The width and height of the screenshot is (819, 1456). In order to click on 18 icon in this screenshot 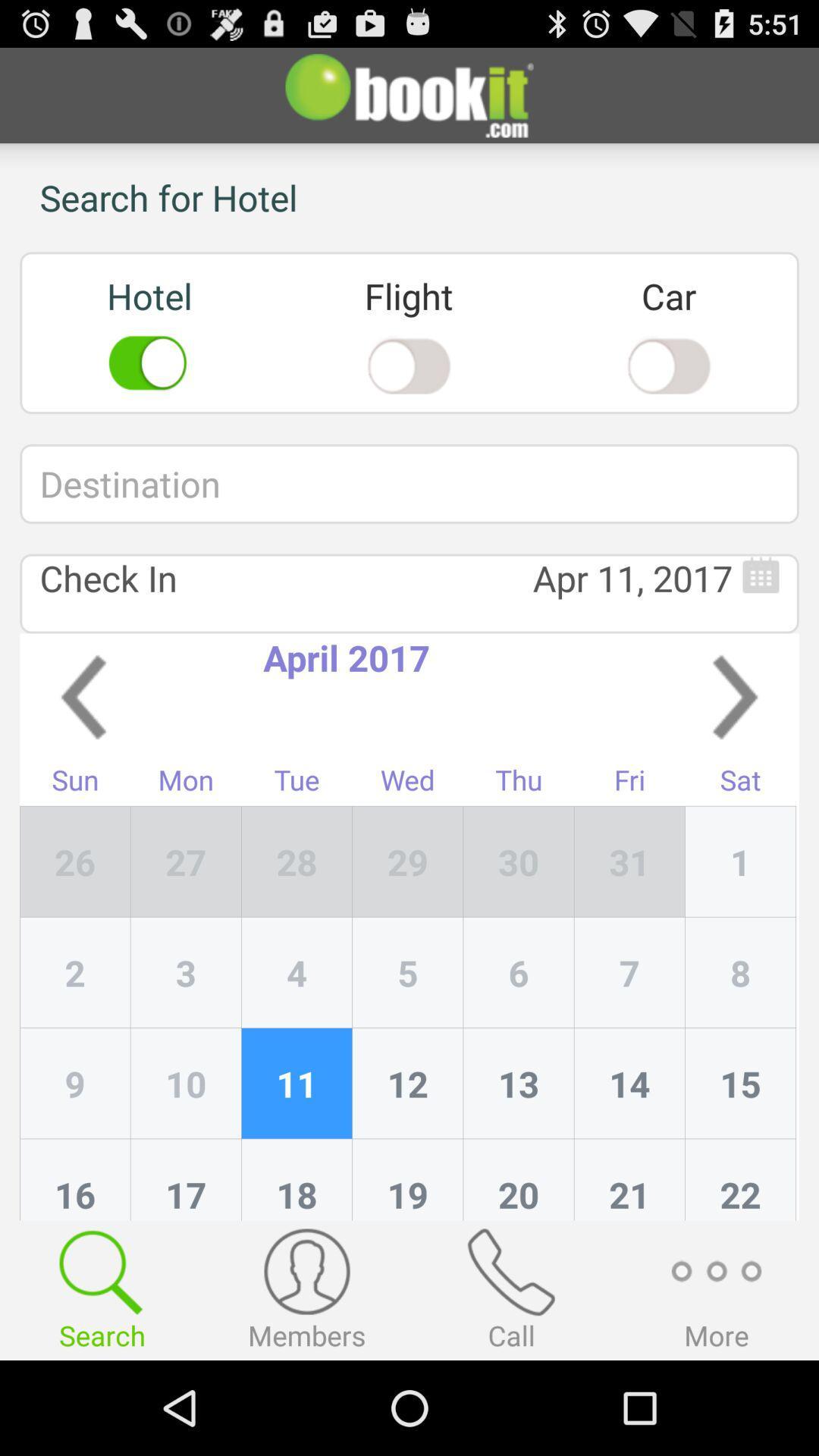, I will do `click(297, 1178)`.